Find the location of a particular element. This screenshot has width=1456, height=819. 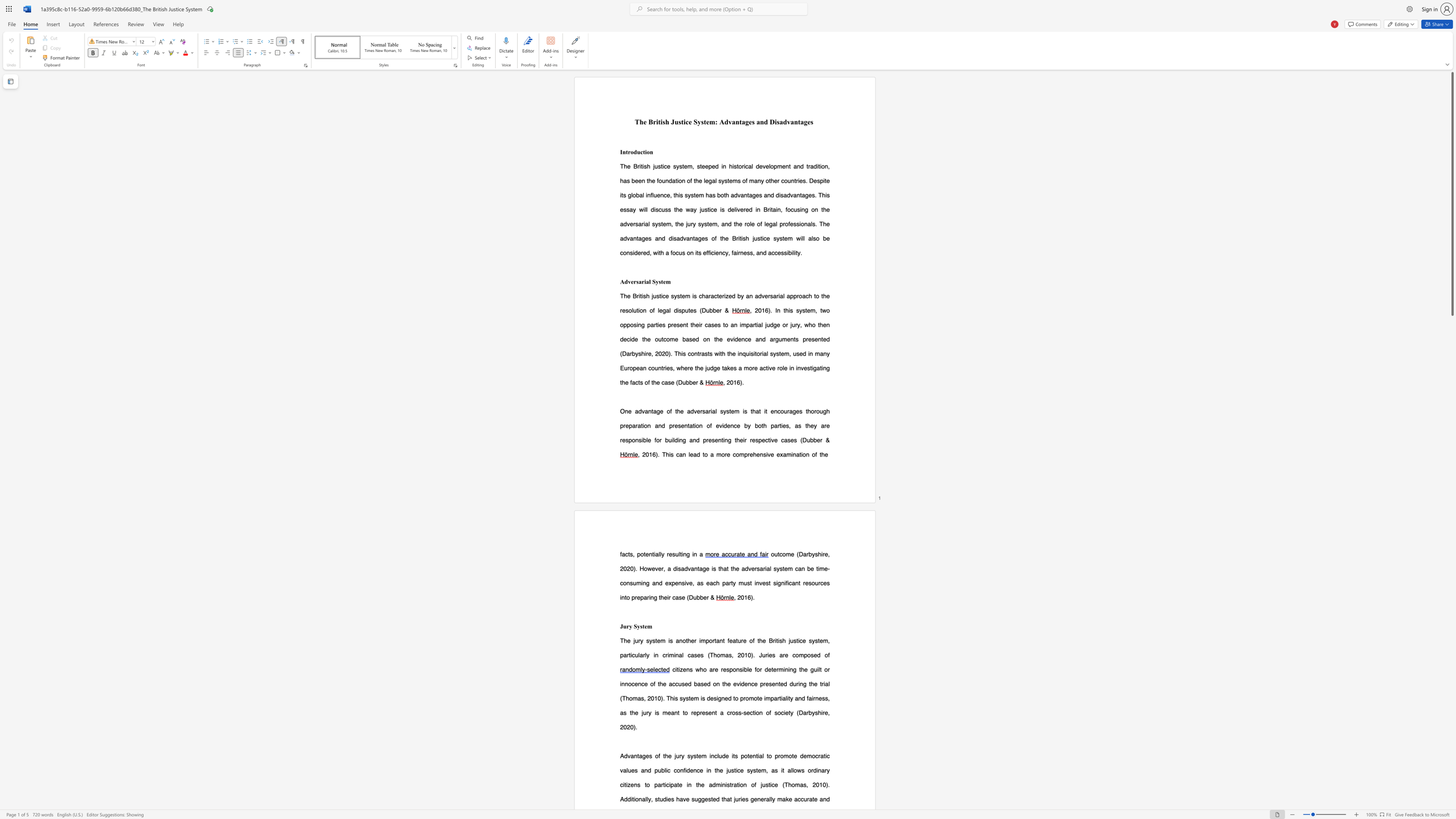

the 11th character "n" in the text is located at coordinates (651, 596).